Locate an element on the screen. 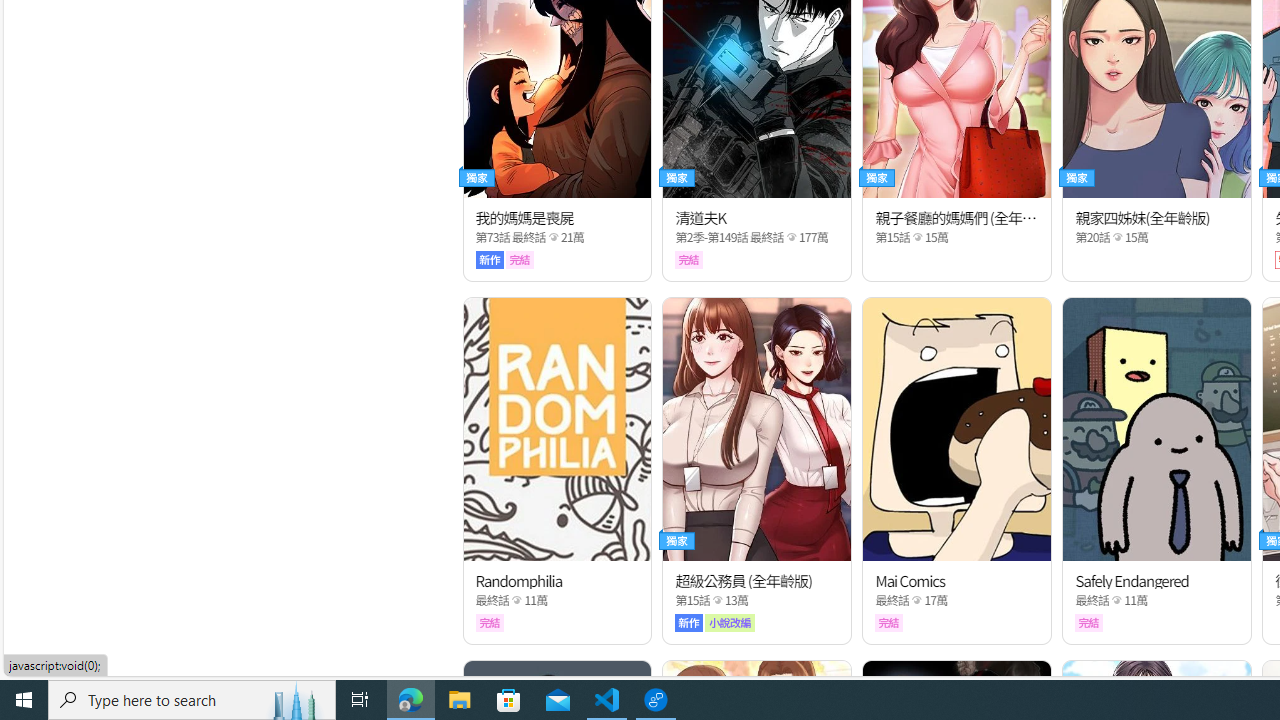 This screenshot has width=1280, height=720. 'Class: thumb_img' is located at coordinates (1157, 427).